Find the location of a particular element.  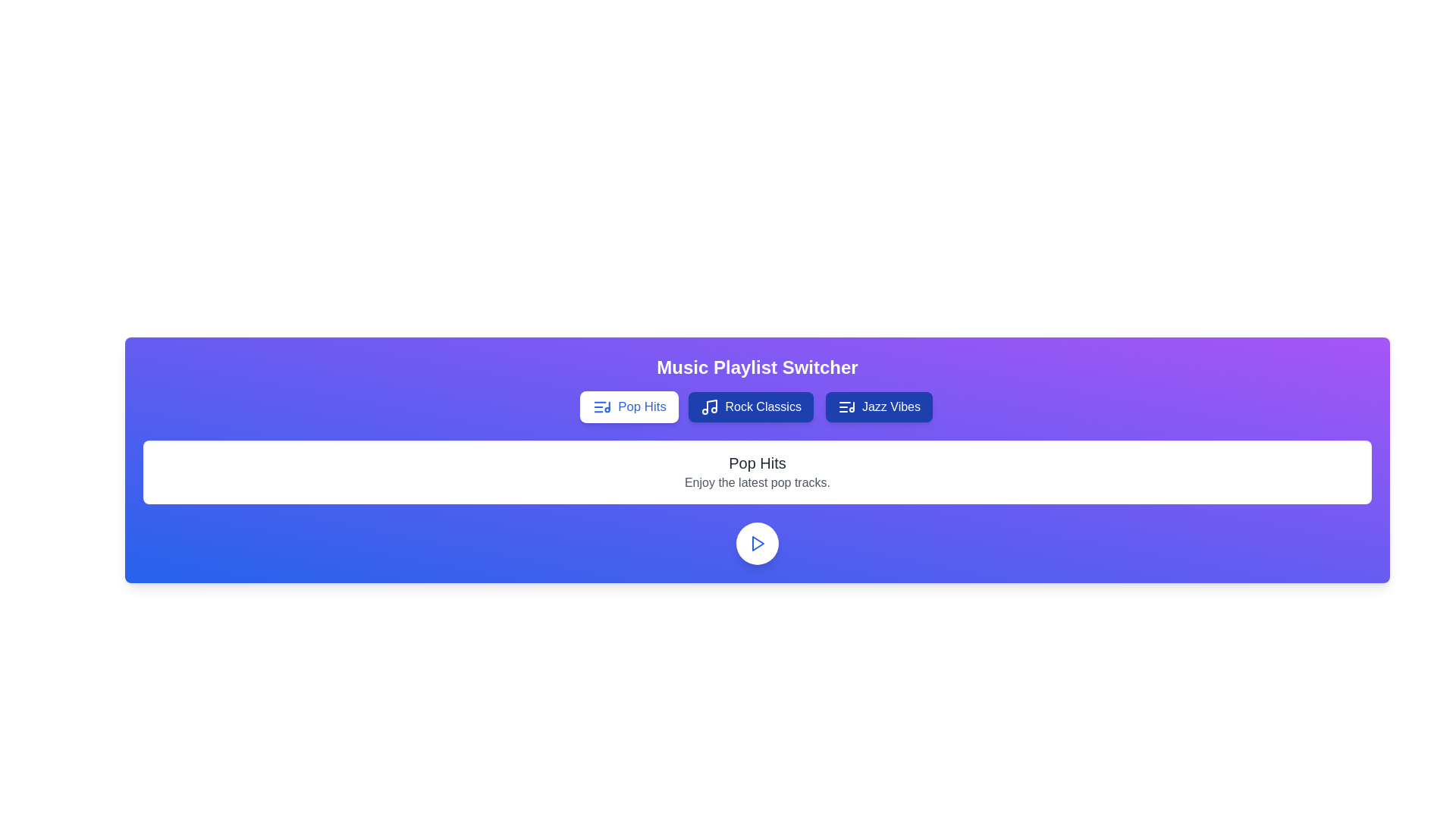

the 'Jazz Vibes' button located below the 'Music Playlist Switcher' heading is located at coordinates (879, 406).